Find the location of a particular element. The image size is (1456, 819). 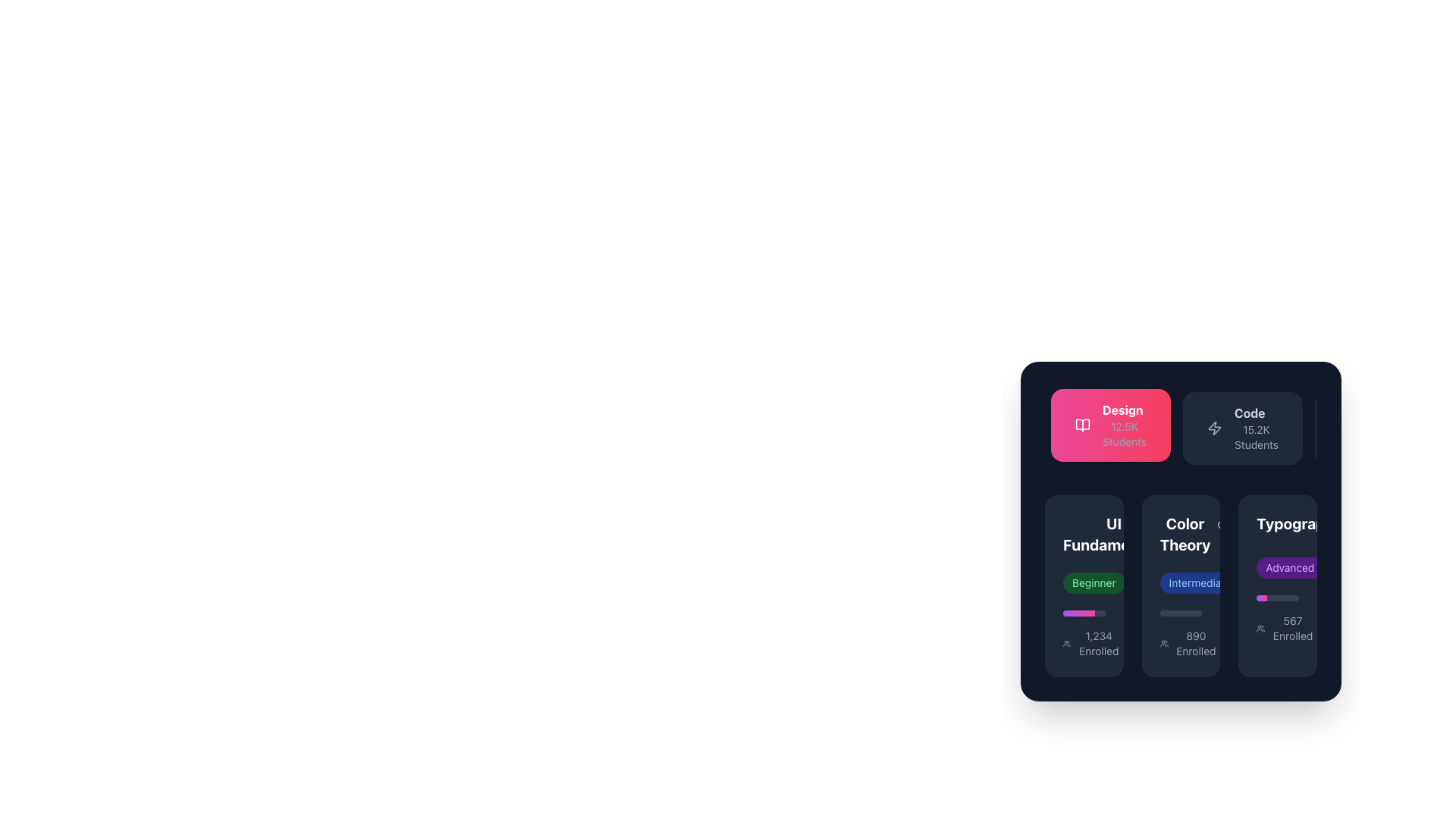

the user community icon, which is a line art design resembling a group of users, located to the left of the '890 Enrolled' text is located at coordinates (1163, 643).